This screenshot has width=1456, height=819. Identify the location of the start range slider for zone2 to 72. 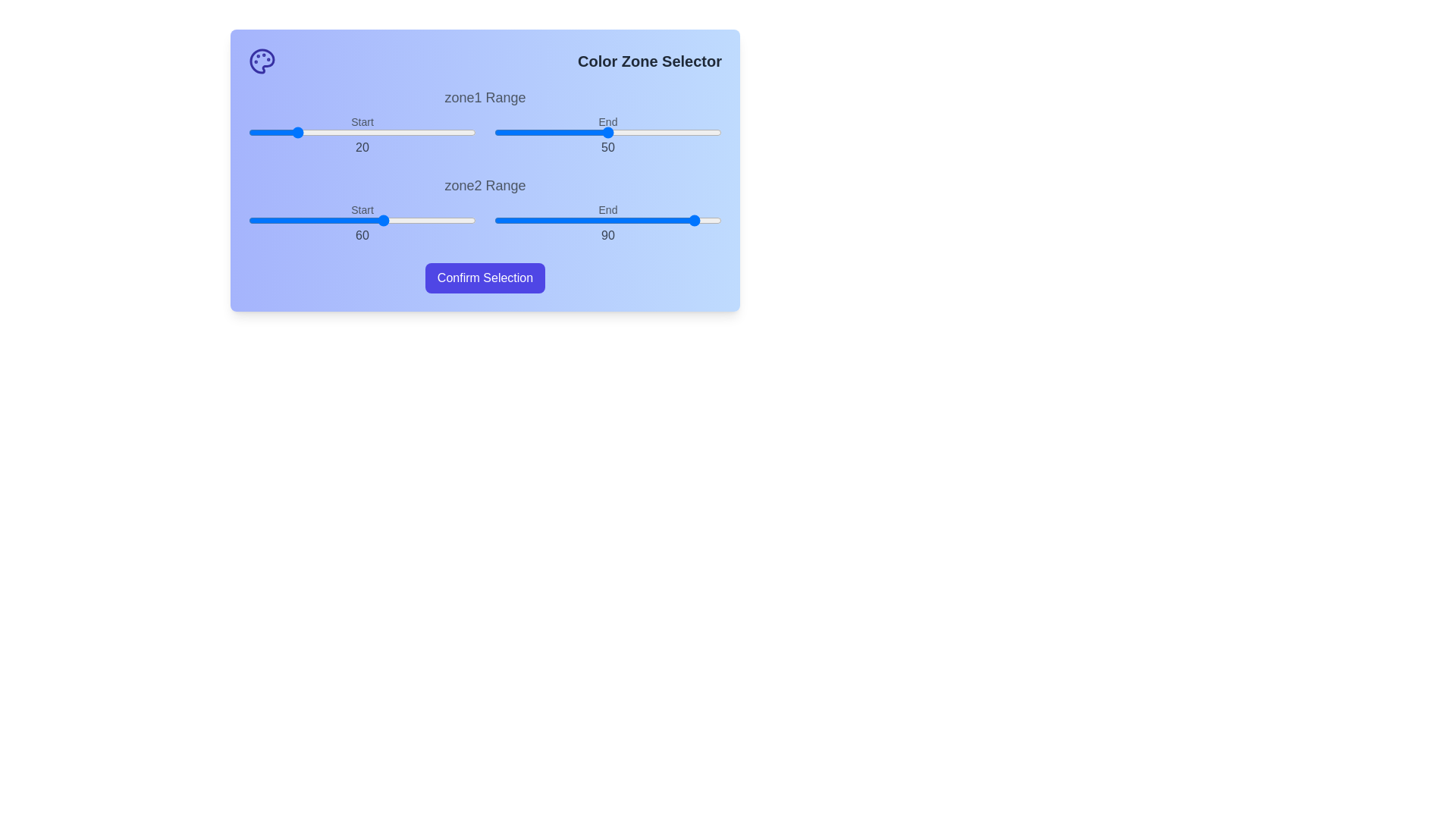
(412, 220).